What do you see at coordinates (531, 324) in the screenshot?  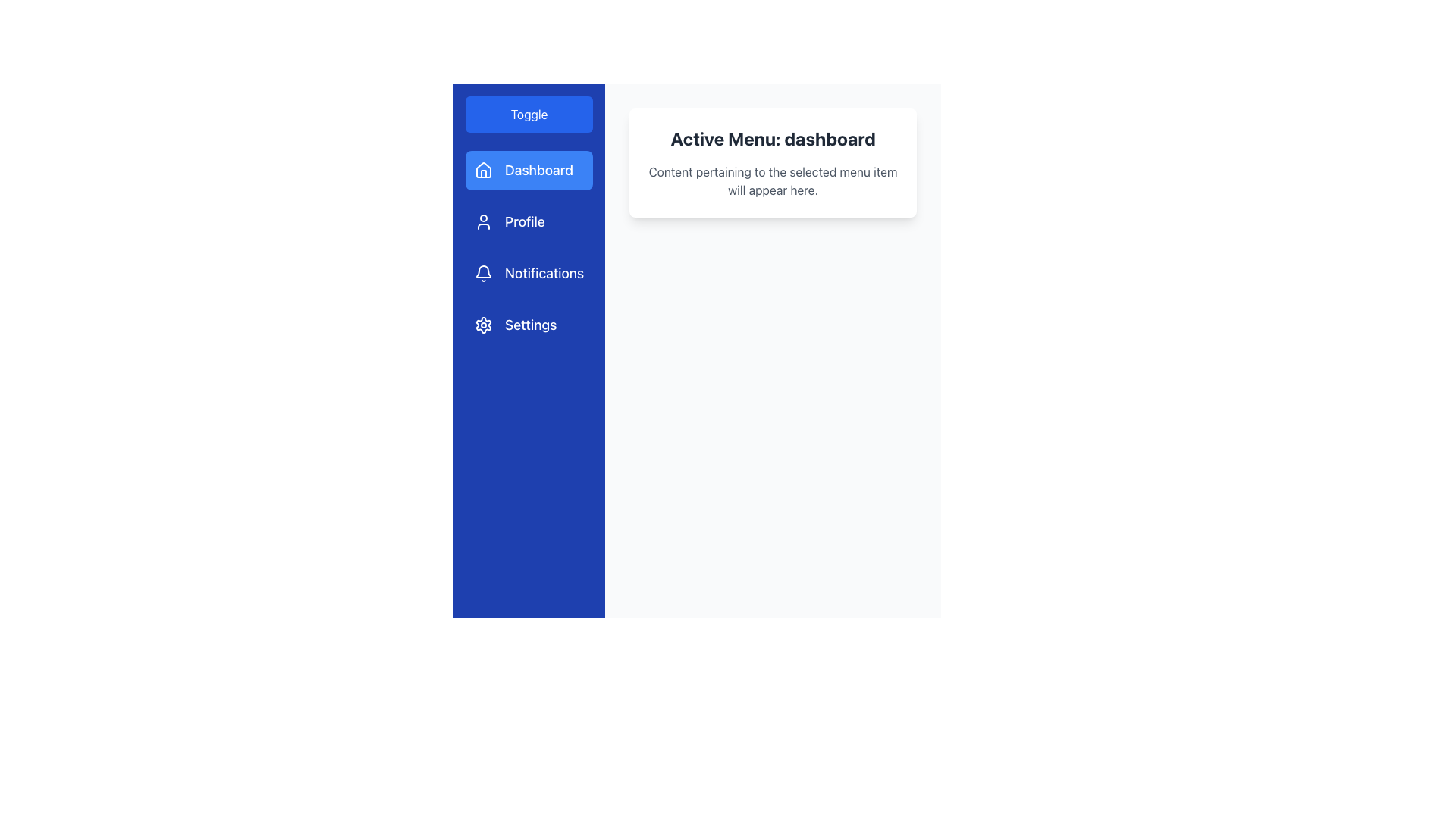 I see `the 'Settings' text label within the vertical navigation menu to trigger the UI effect` at bounding box center [531, 324].